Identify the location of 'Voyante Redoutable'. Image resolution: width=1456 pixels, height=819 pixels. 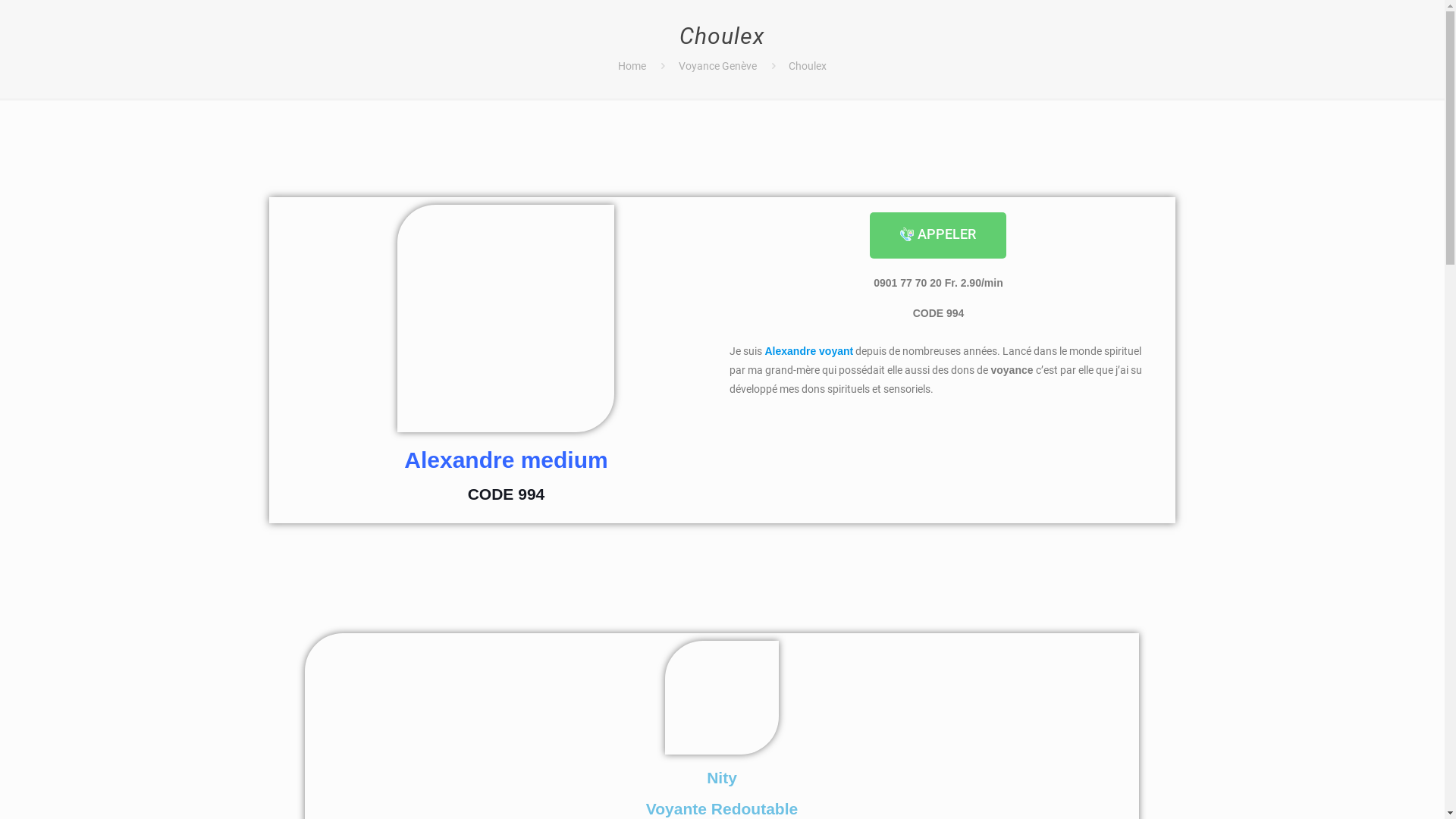
(720, 808).